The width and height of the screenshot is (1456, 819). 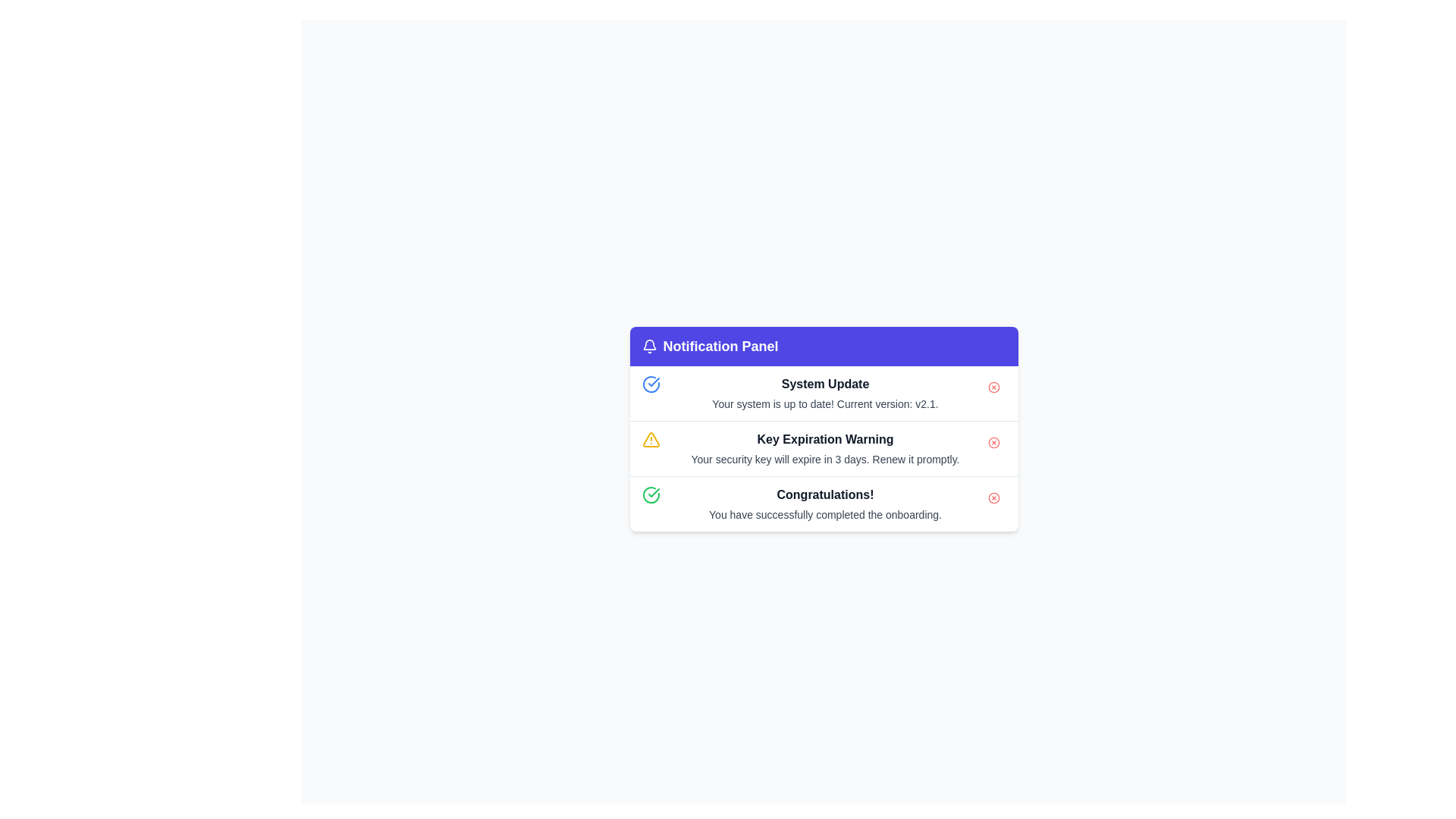 I want to click on the text label that states 'Your security key will expire in 3 days. Renew it promptly.' located below the 'Key Expiration Warning' header, so click(x=824, y=458).